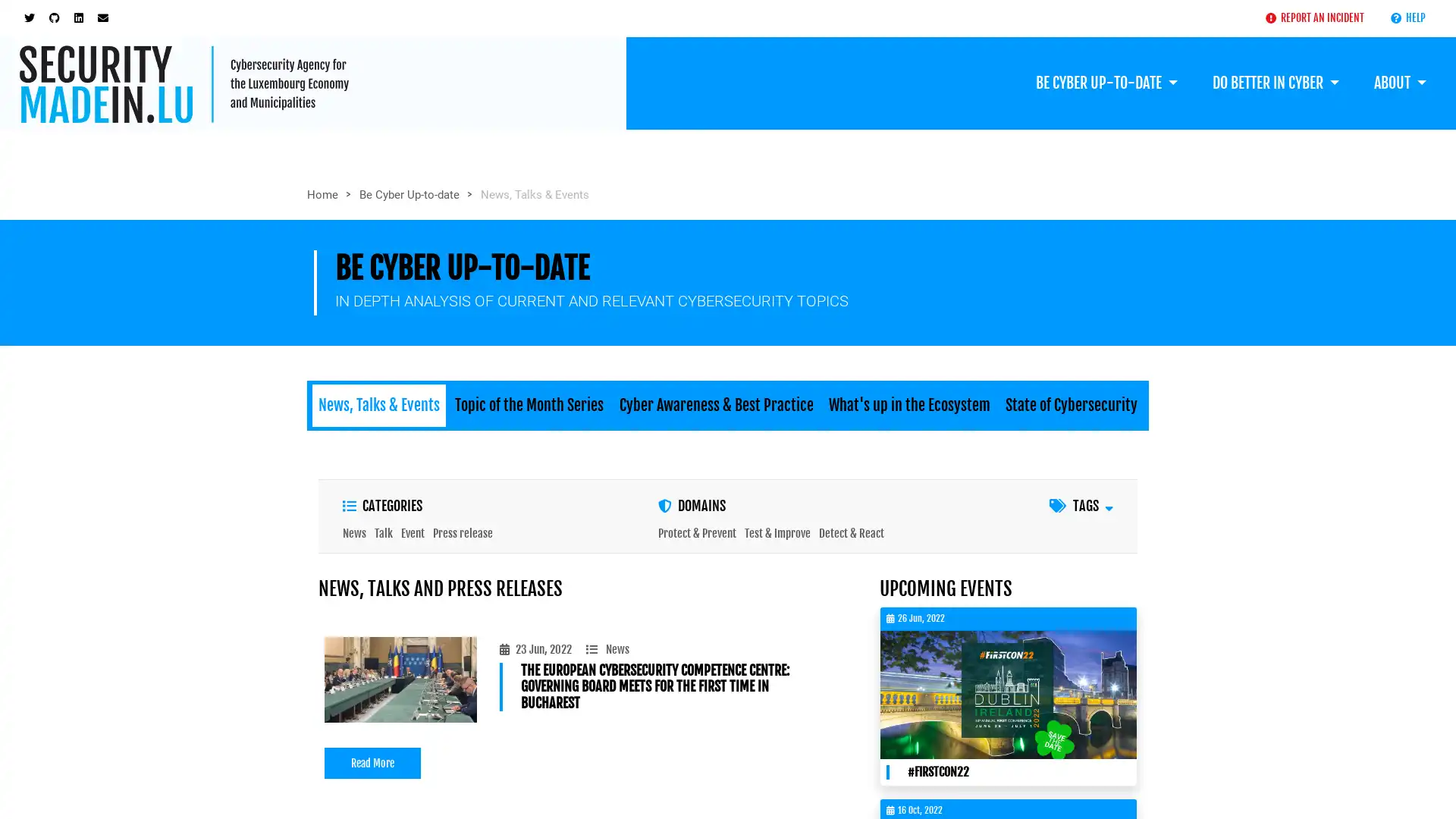  What do you see at coordinates (1399, 82) in the screenshot?
I see `ABOUT` at bounding box center [1399, 82].